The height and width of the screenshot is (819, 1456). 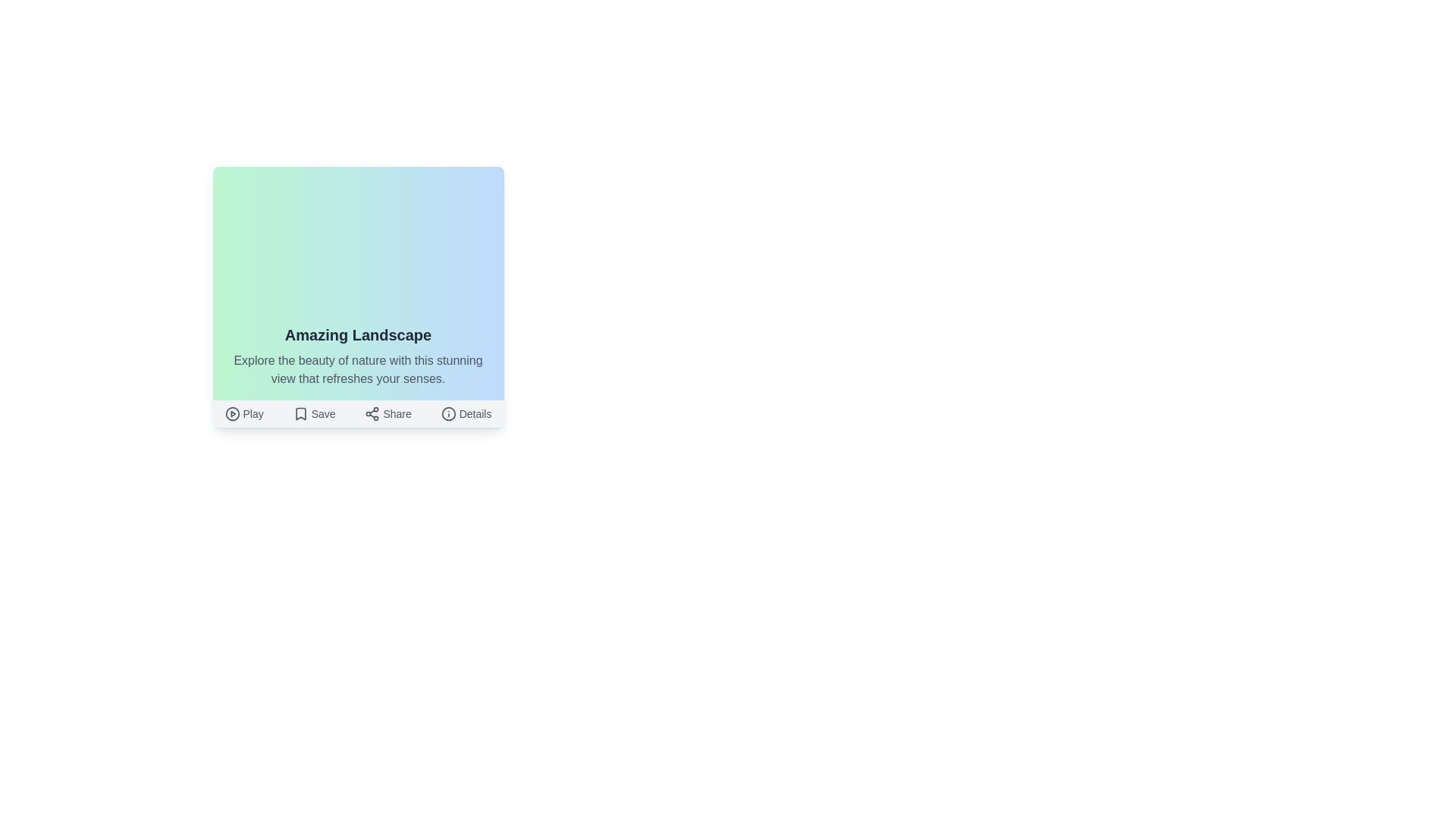 What do you see at coordinates (447, 414) in the screenshot?
I see `the circular gray icon with a dot and vertical line inside, located in the 'Details' button area under the Amazing Landscape card` at bounding box center [447, 414].